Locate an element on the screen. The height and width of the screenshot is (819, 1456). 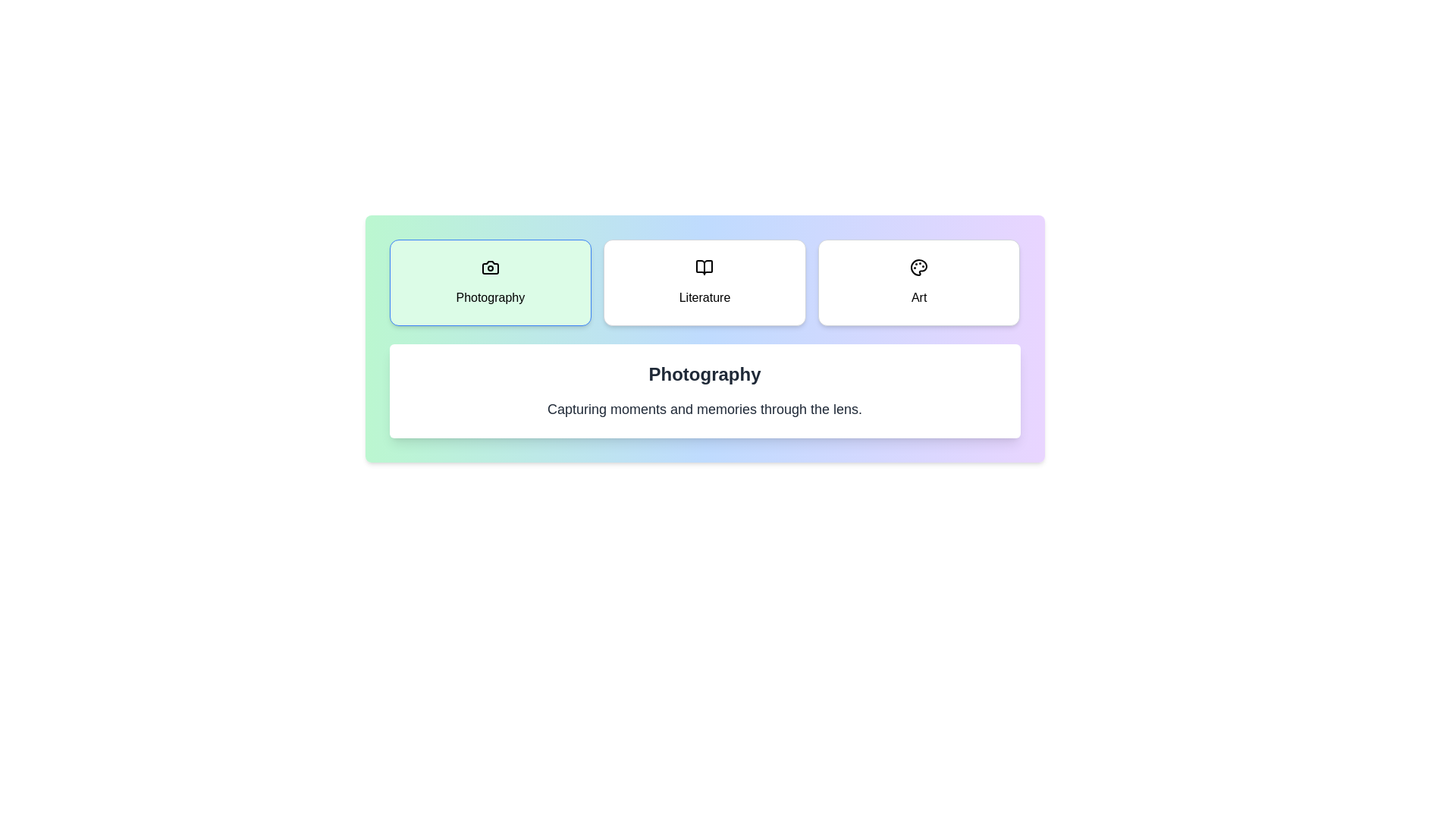
the book icon represented by minimalist line art in the center card of the SVG component is located at coordinates (704, 267).